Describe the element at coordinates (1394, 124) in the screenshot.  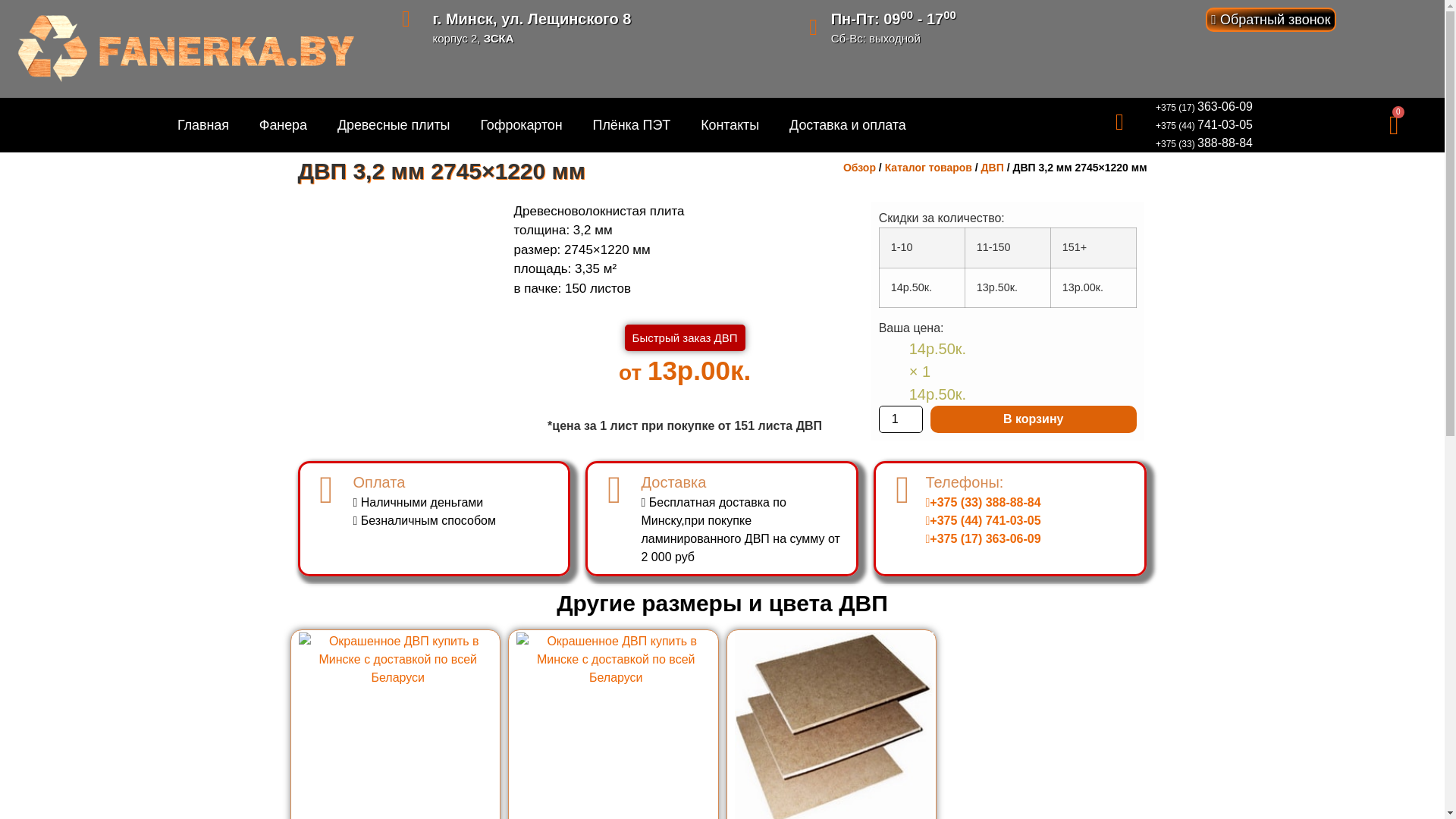
I see `'0'` at that location.